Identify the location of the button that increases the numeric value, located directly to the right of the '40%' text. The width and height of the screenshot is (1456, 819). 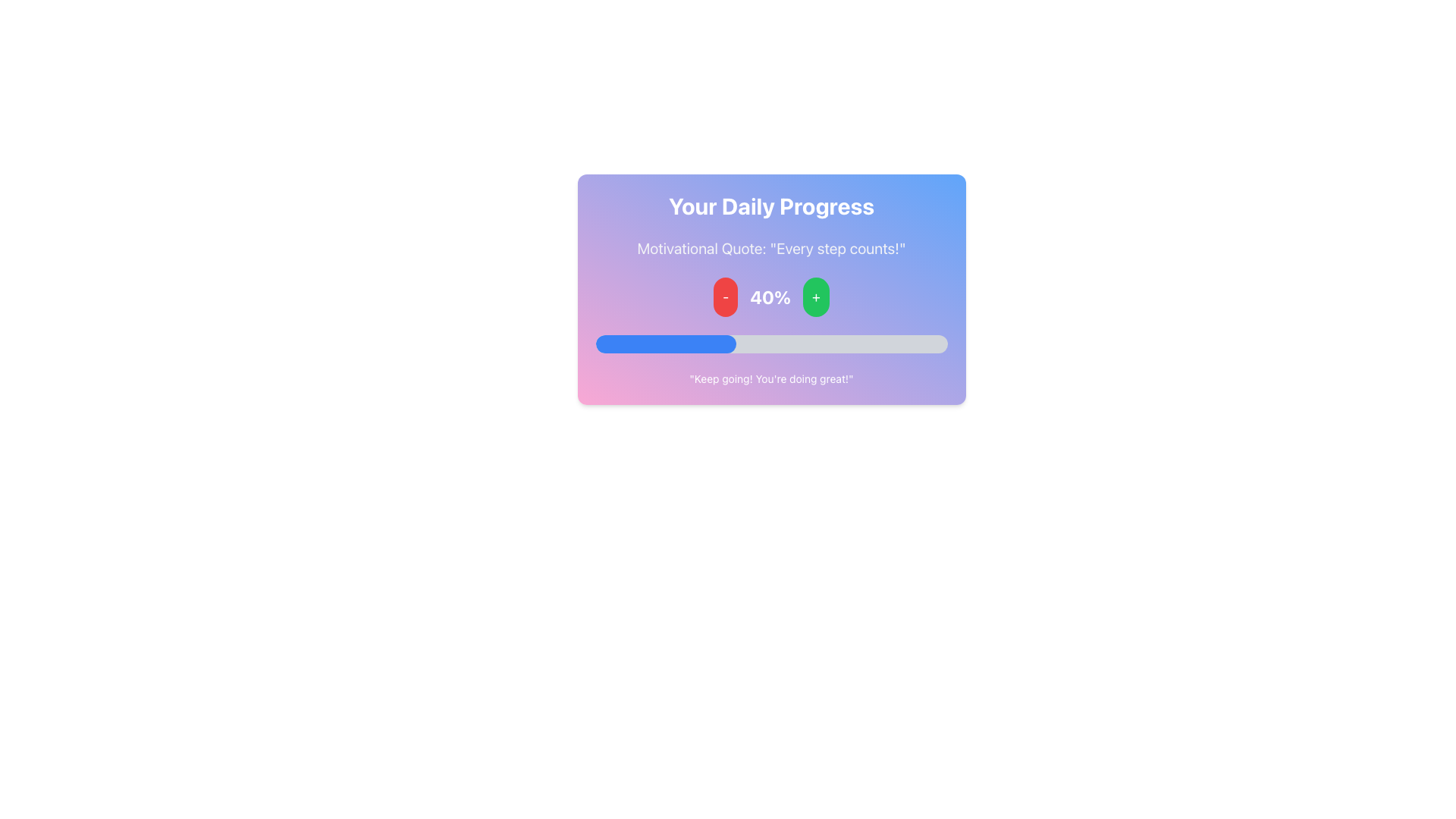
(815, 297).